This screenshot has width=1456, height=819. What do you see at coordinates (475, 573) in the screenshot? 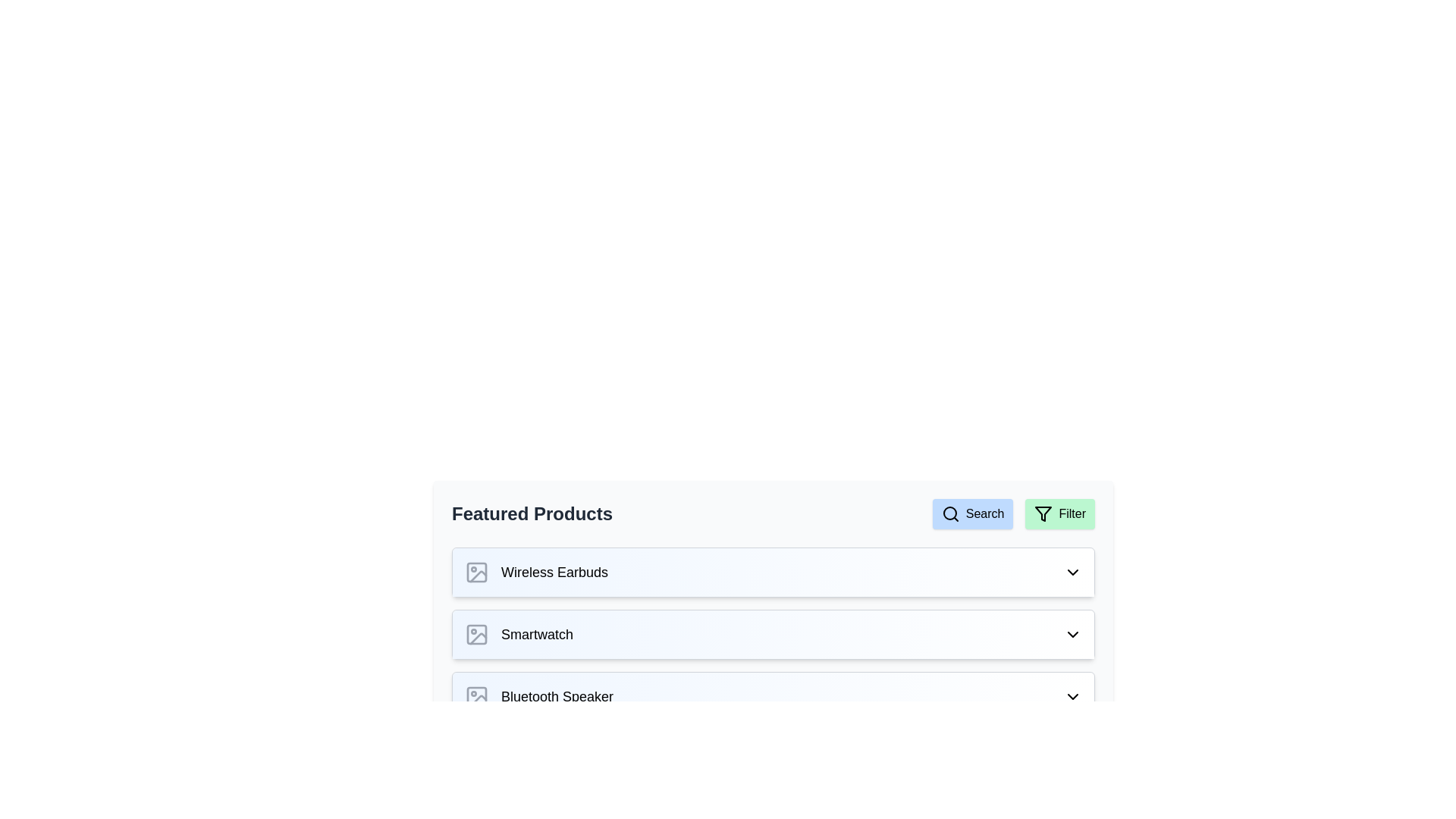
I see `the image-related action icon located to the left of the 'Wireless Earbuds' text in the 'Featured Products' section` at bounding box center [475, 573].